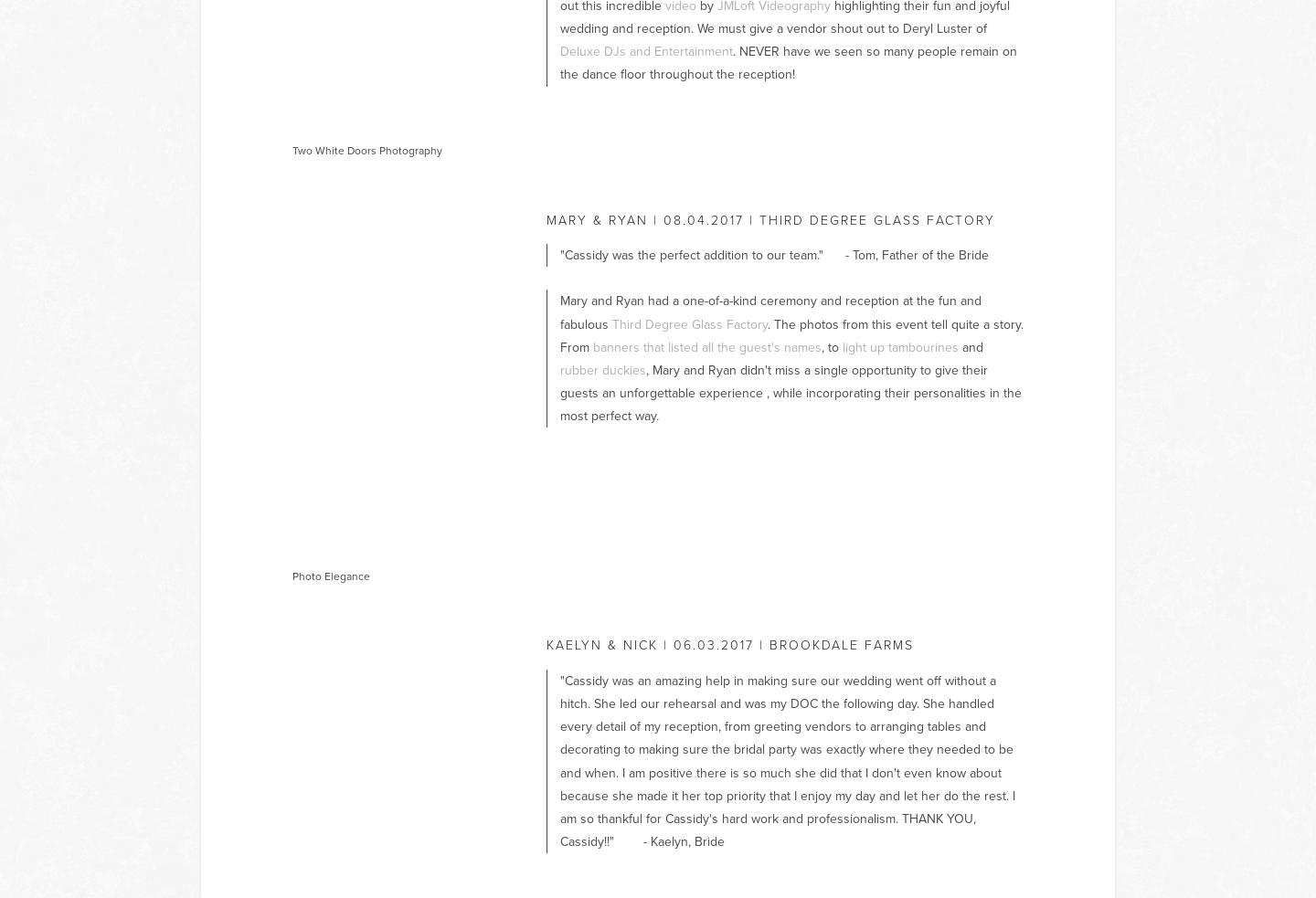  I want to click on '"Cassidy was an amazing help in making sure our wedding went off without a hitch. She led our rehearsal and was my DOC the following day. She handled every detail of my reception, from greeting vendors to arranging tables and decorating to making sure the bridal party was exactly where they needed to be and when. I am positive there is so much she did that I don't even know about because she made it her top priority that I enjoy my day and let her do the rest. I am so thankful for Cassidy's hard work and professionalism. THANK YOU, Cassidy!!"        - Kaelyn, Bride', so click(787, 760).